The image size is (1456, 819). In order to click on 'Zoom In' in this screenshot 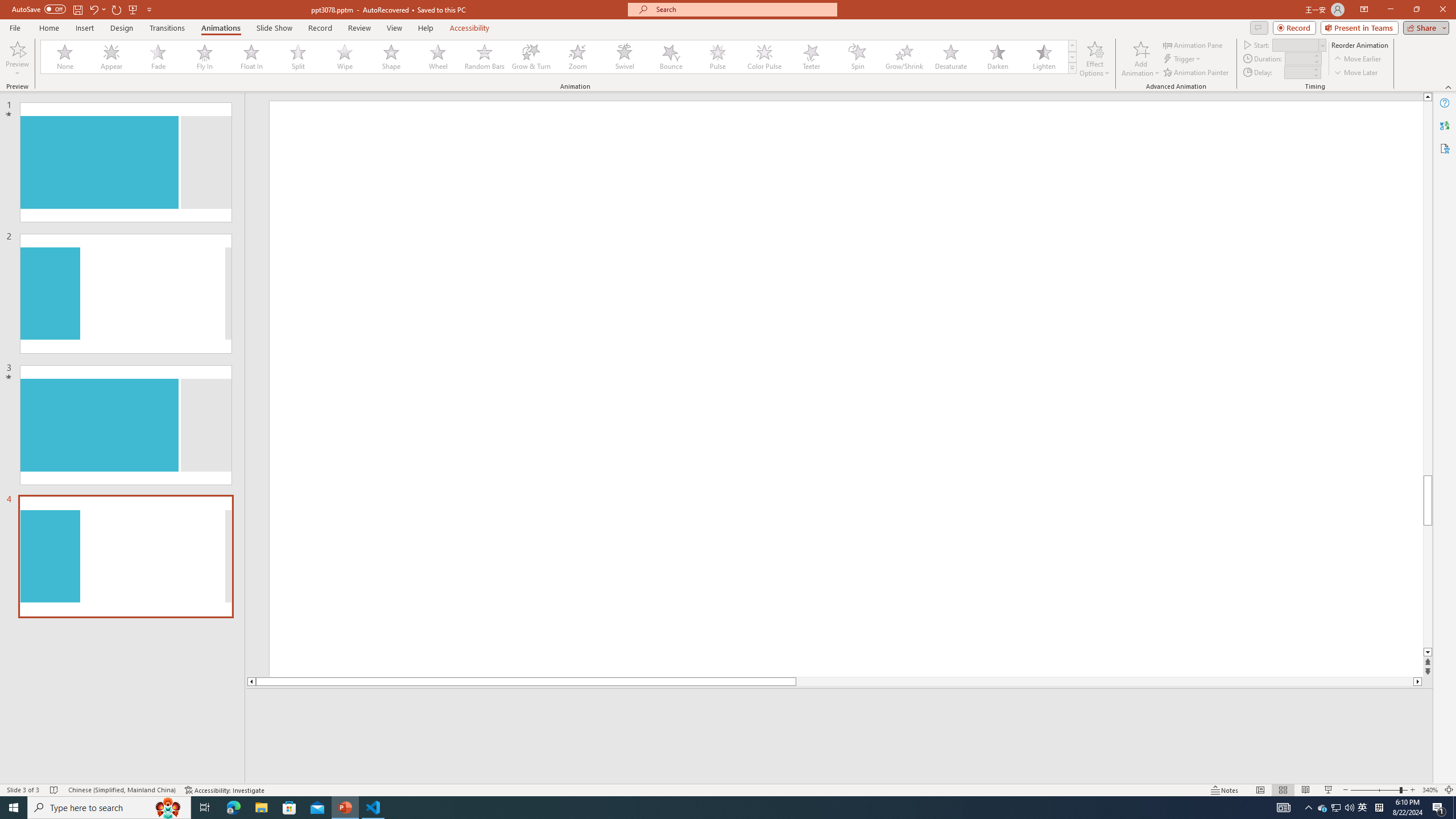, I will do `click(1412, 790)`.